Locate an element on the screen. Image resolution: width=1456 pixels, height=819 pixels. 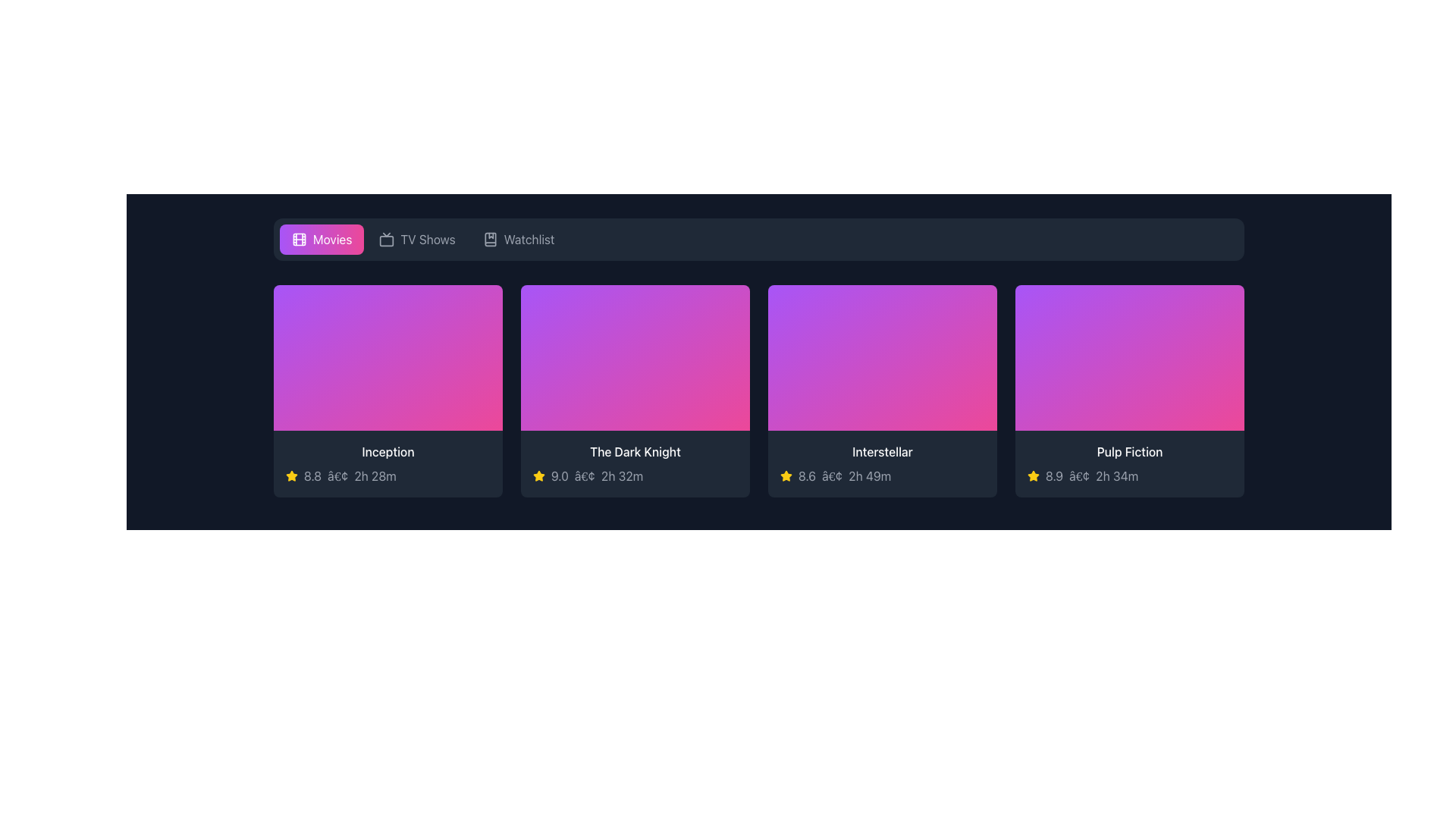
the text element displaying '8.8', which is light gray against a dark background and positioned between a star icon and a dot separator is located at coordinates (312, 475).